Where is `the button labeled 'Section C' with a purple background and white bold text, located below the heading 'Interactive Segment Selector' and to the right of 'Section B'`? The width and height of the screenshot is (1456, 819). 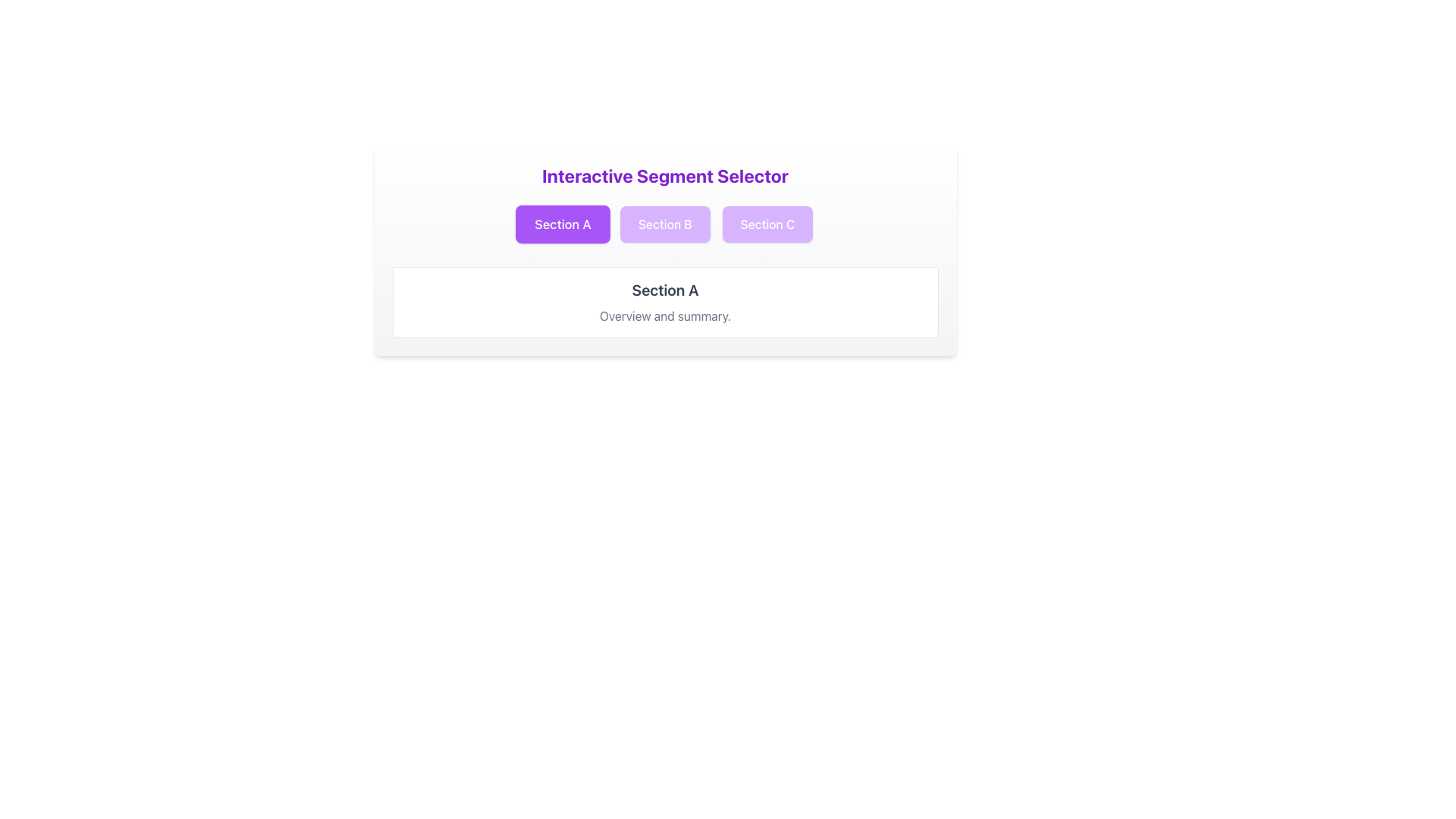
the button labeled 'Section C' with a purple background and white bold text, located below the heading 'Interactive Segment Selector' and to the right of 'Section B' is located at coordinates (767, 224).